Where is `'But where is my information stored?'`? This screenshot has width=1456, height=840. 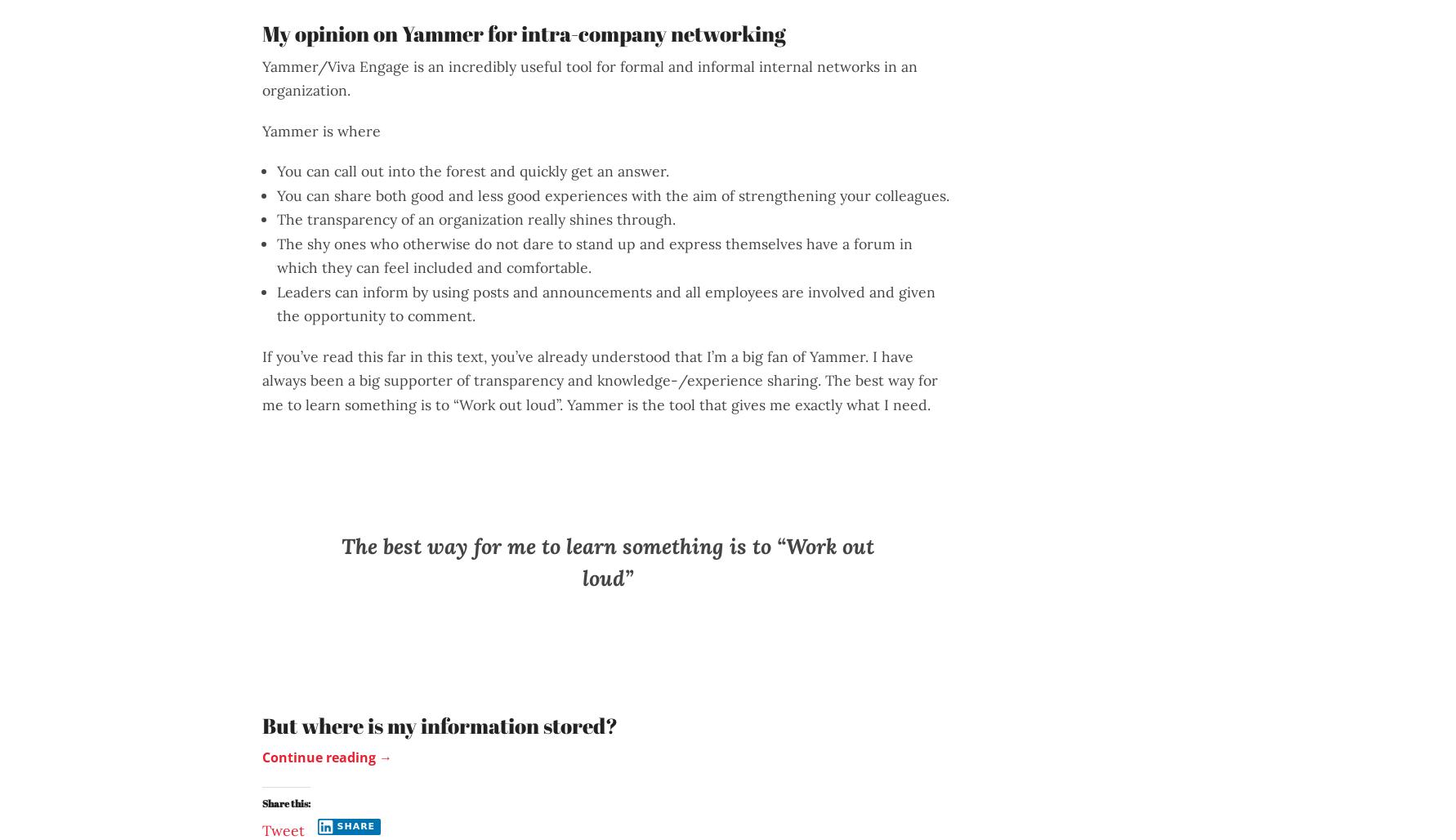
'But where is my information stored?' is located at coordinates (440, 724).